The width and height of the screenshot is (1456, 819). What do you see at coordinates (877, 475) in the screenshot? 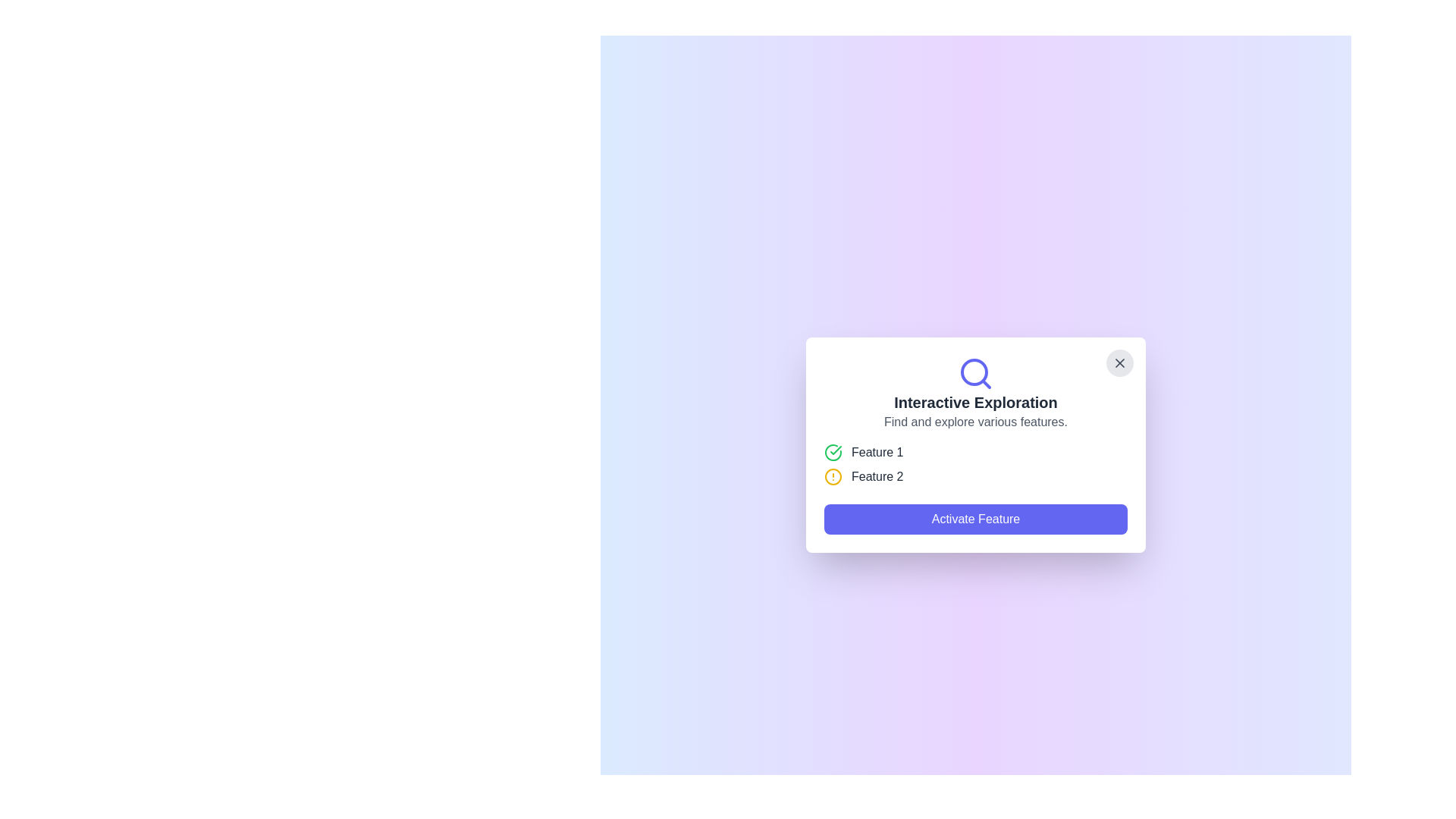
I see `the text label that reads 'Feature 2', which is styled with a gray font color and is located under a heading in a pop-up dialog box, positioned to the right of a yellow alert icon` at bounding box center [877, 475].